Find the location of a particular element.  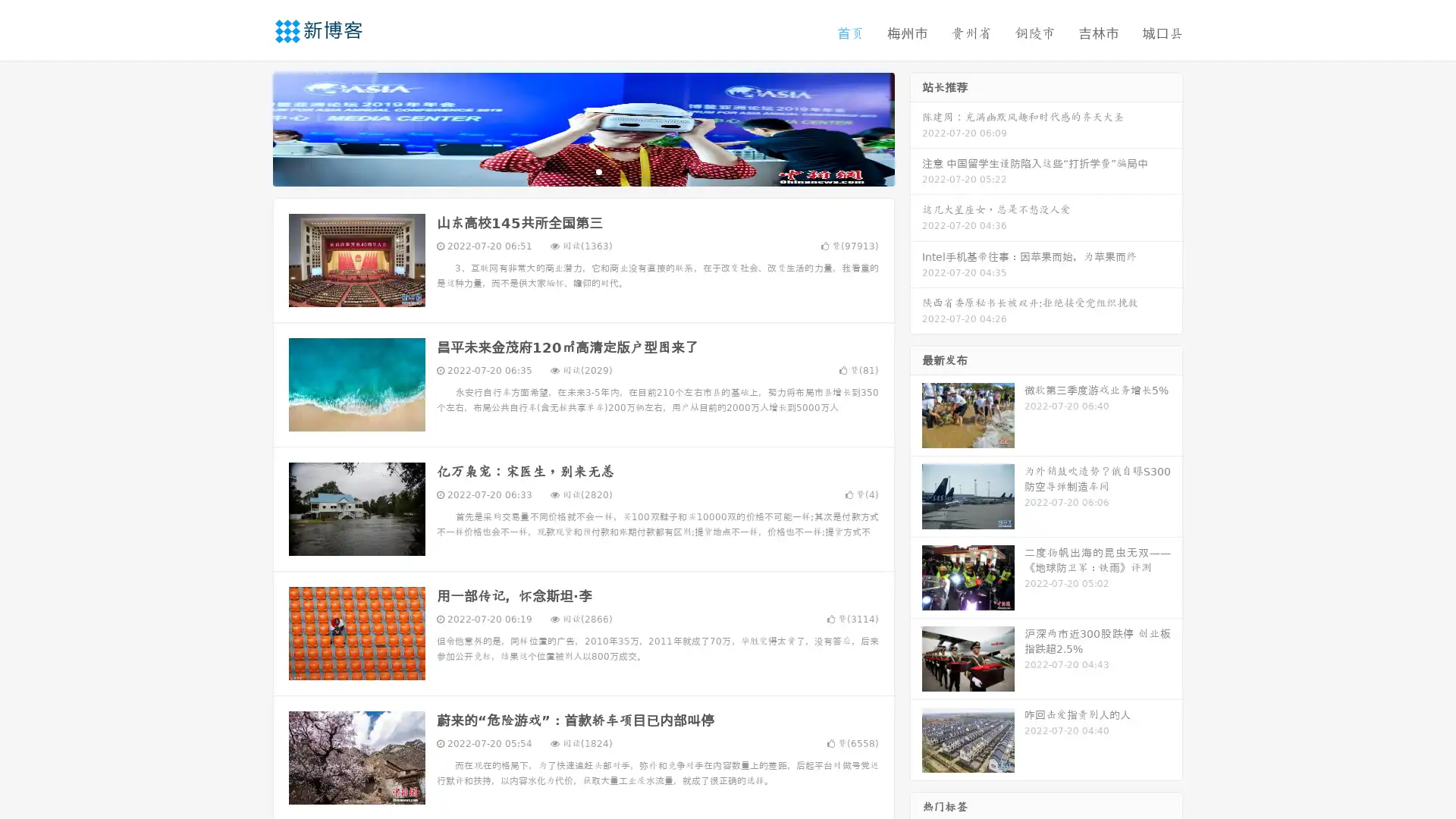

Next slide is located at coordinates (916, 127).